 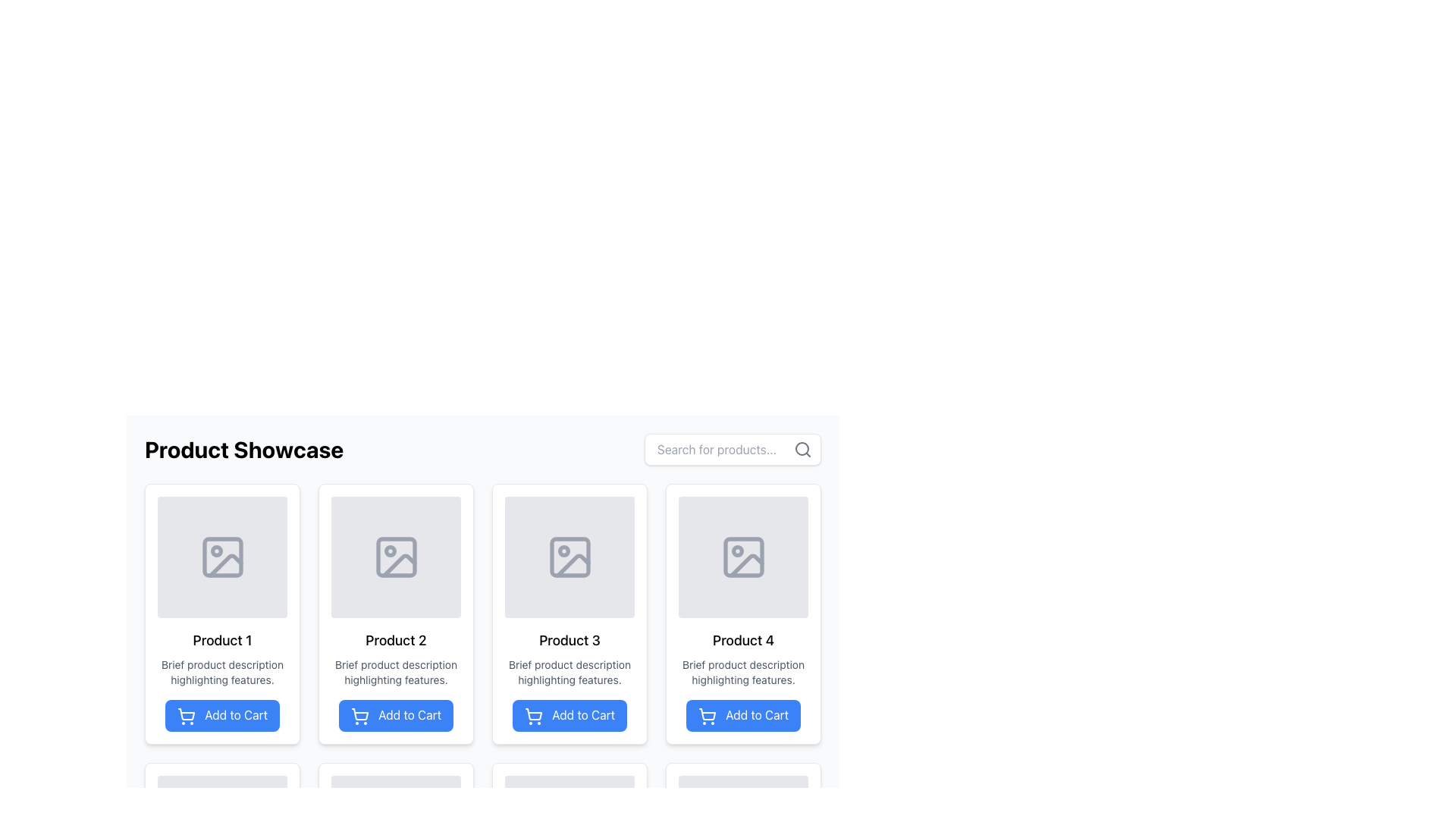 I want to click on the label providing contextual details about the features of 'Product 2', located directly below the 'Product 2' title and above the 'Add to Cart' button, so click(x=396, y=672).